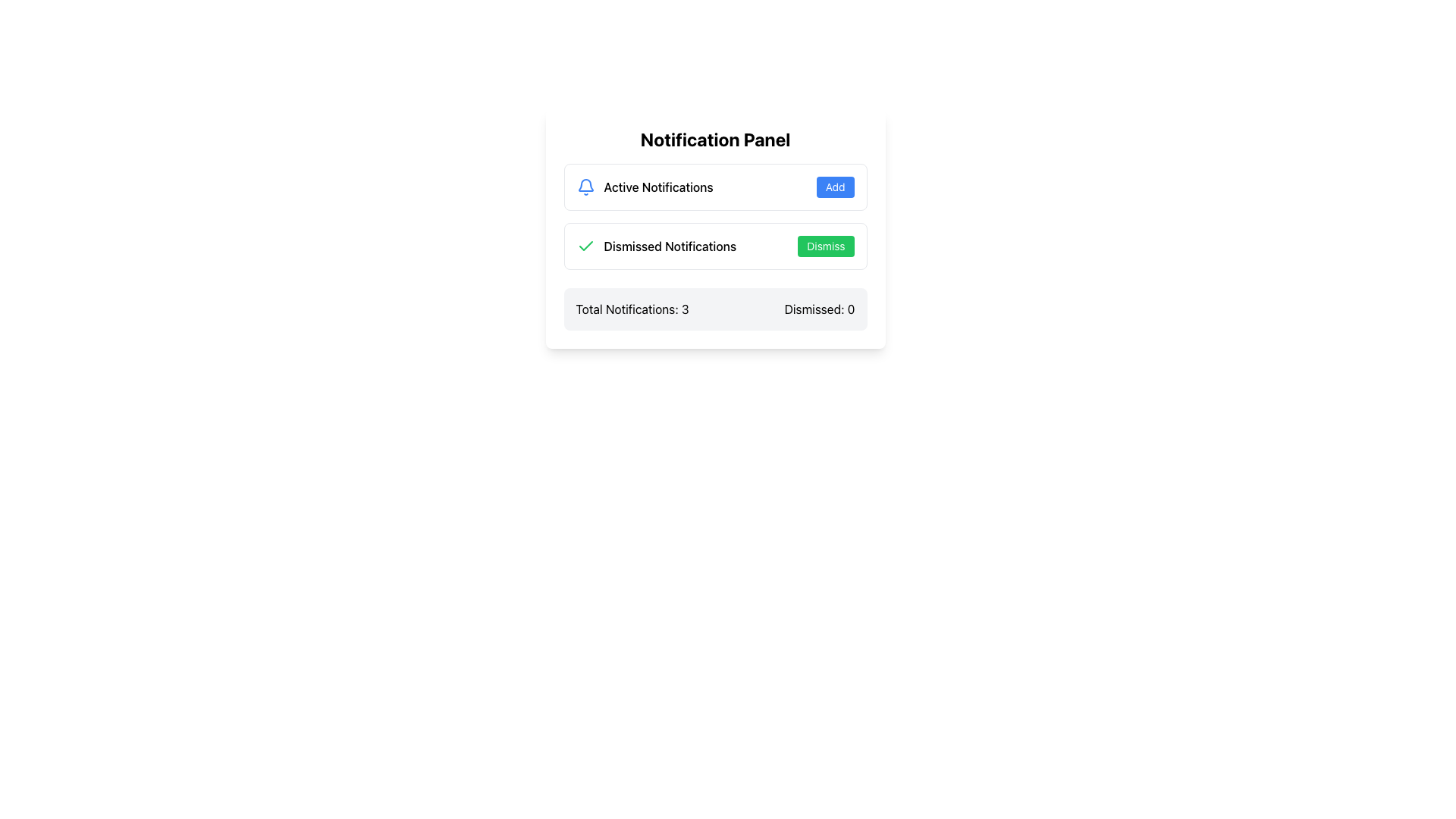 Image resolution: width=1456 pixels, height=819 pixels. What do you see at coordinates (714, 309) in the screenshot?
I see `the Informational box displaying 'Total Notifications: 3' and 'Dismissed: 0' at the bottom of the Notification Panel` at bounding box center [714, 309].